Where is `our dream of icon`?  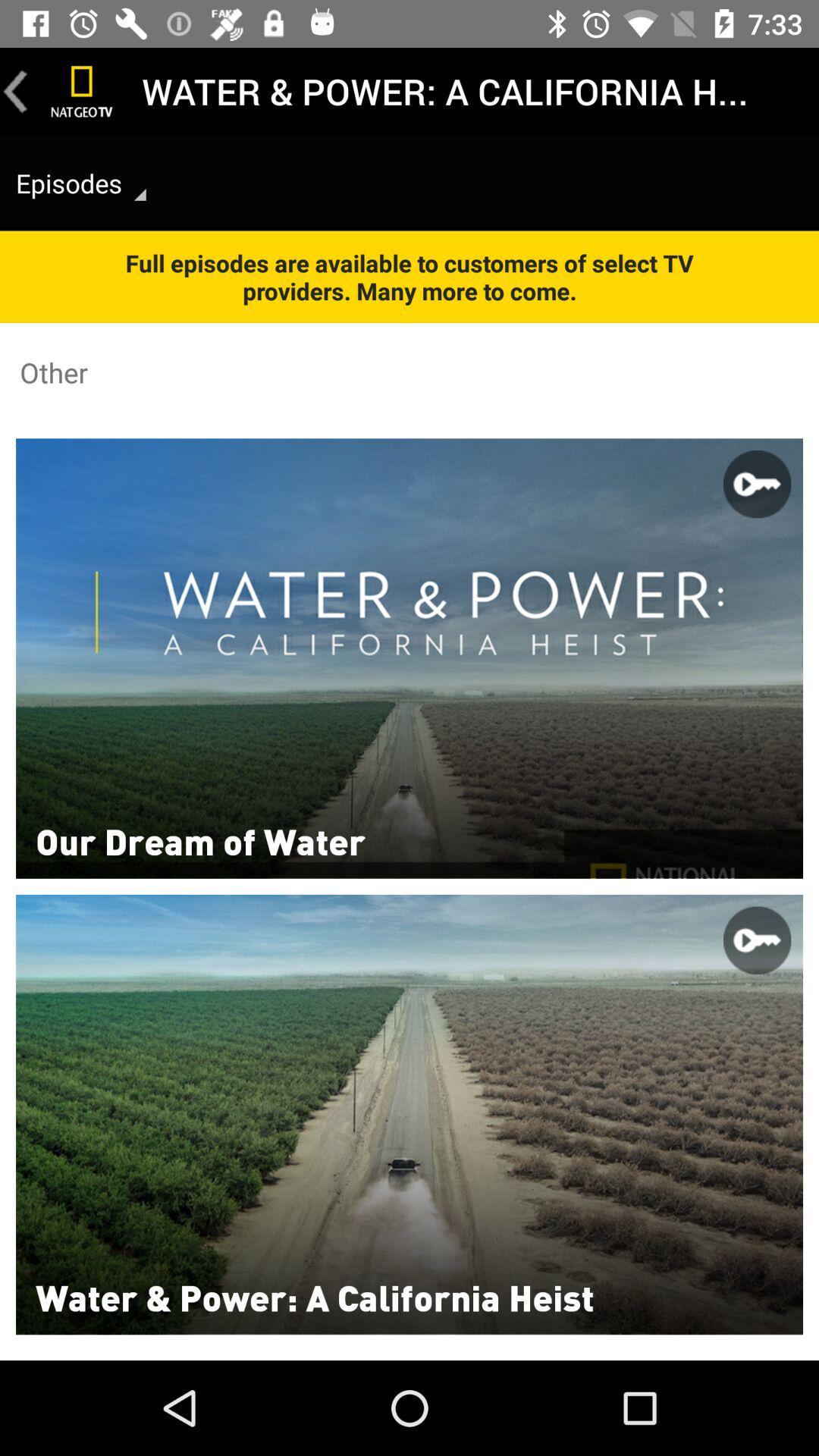 our dream of icon is located at coordinates (199, 839).